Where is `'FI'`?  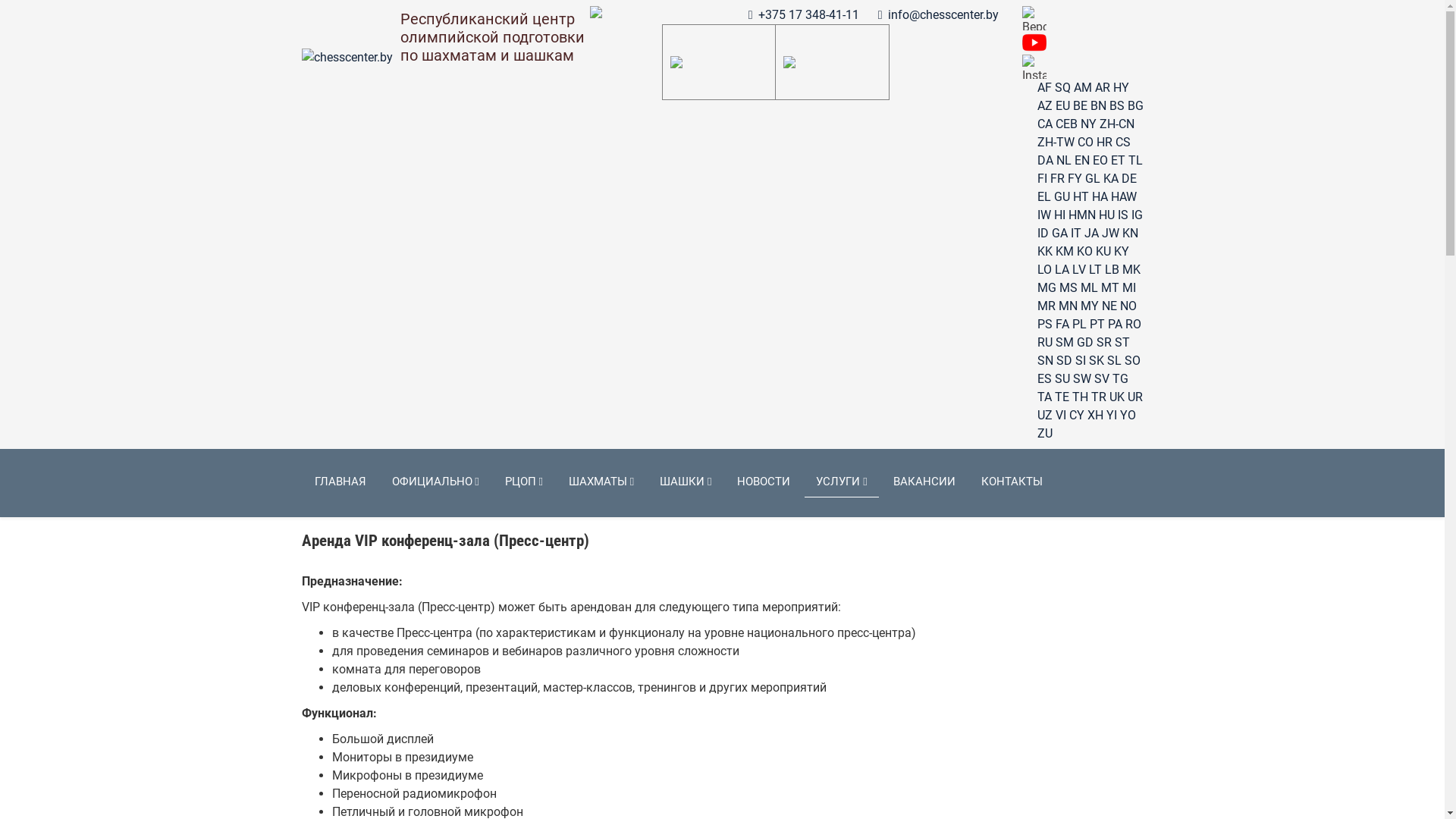 'FI' is located at coordinates (1041, 177).